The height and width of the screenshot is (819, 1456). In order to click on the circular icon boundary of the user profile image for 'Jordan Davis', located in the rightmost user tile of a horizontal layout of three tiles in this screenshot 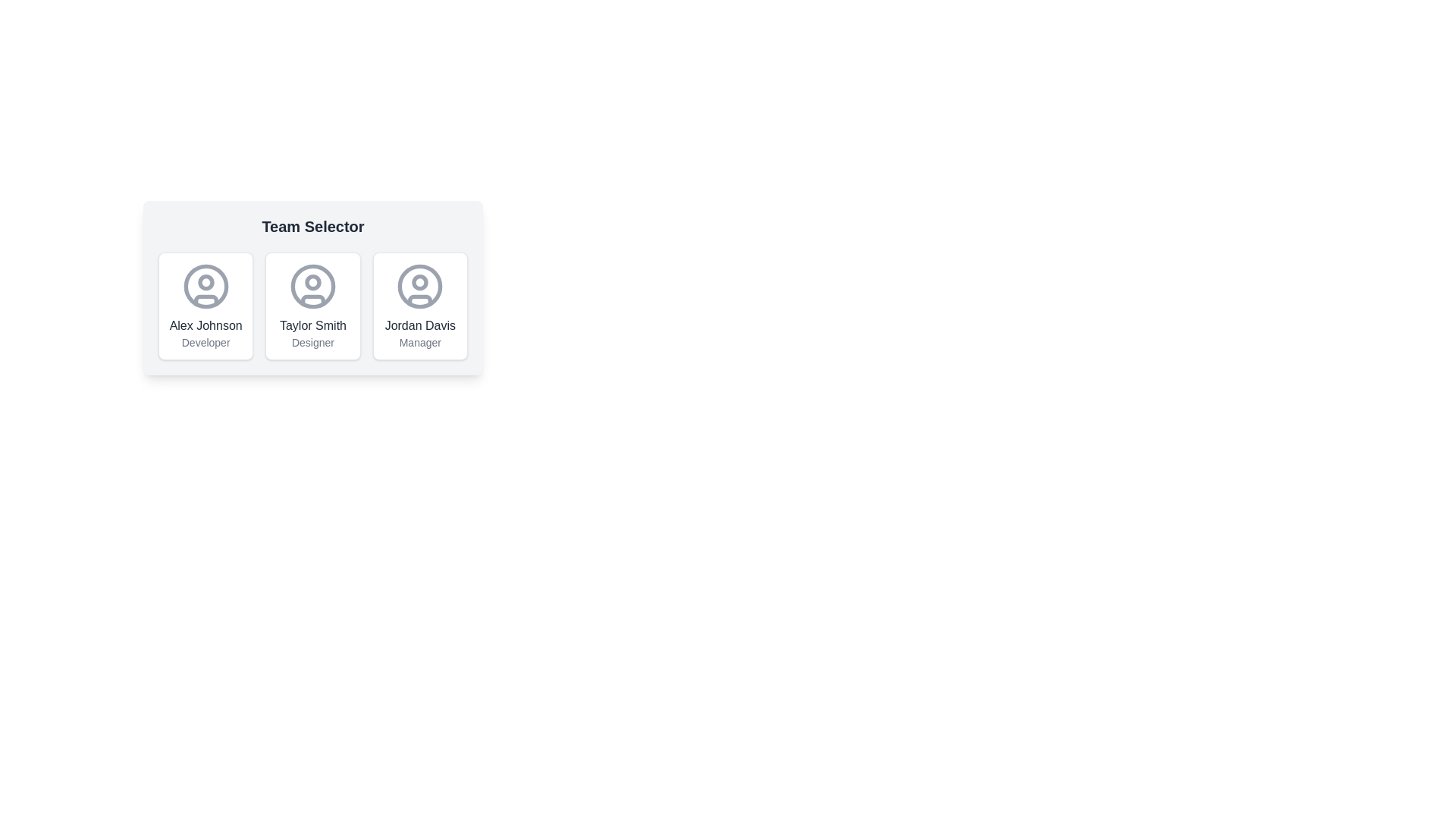, I will do `click(420, 287)`.